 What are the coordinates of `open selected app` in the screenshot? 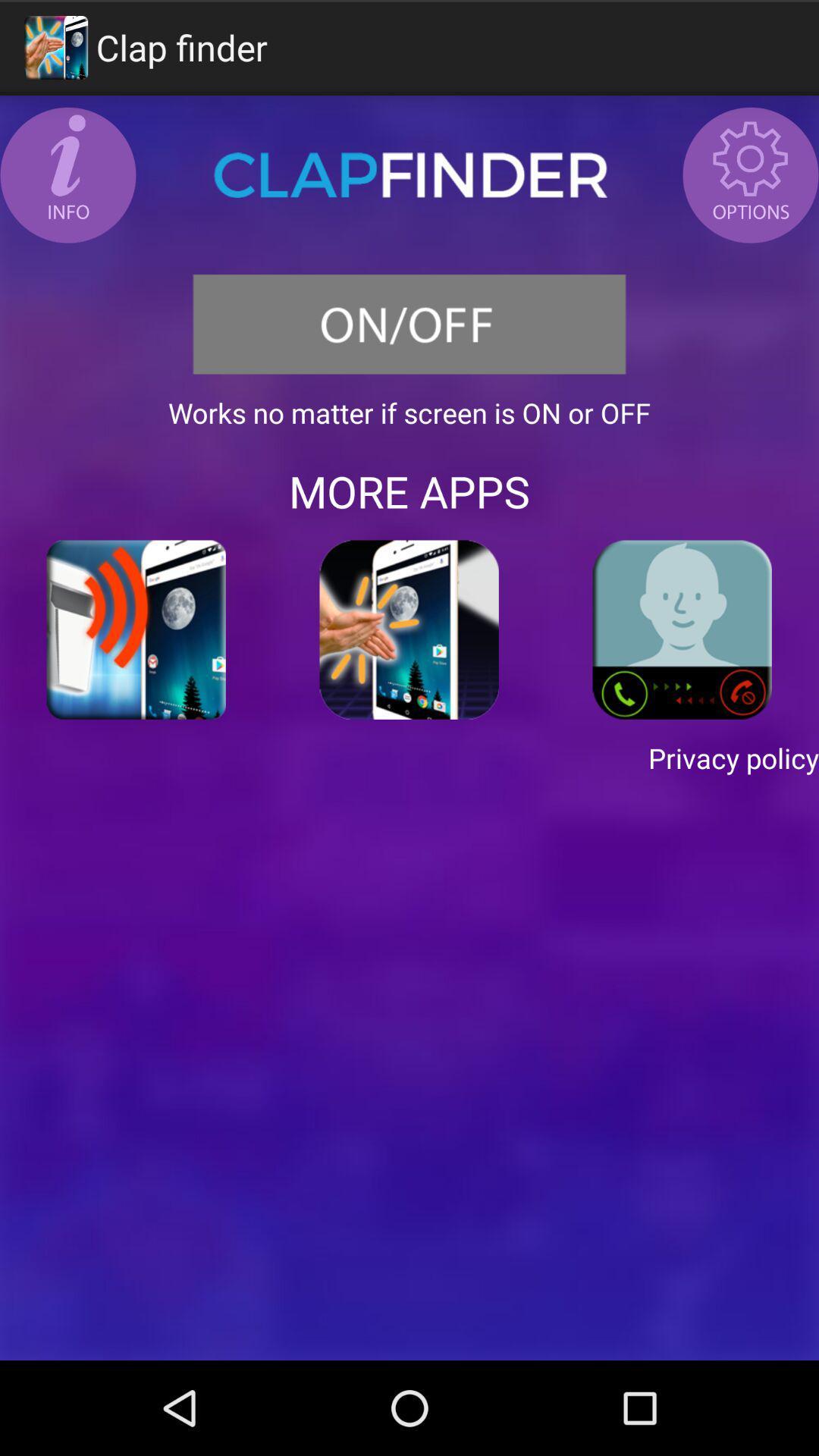 It's located at (409, 629).